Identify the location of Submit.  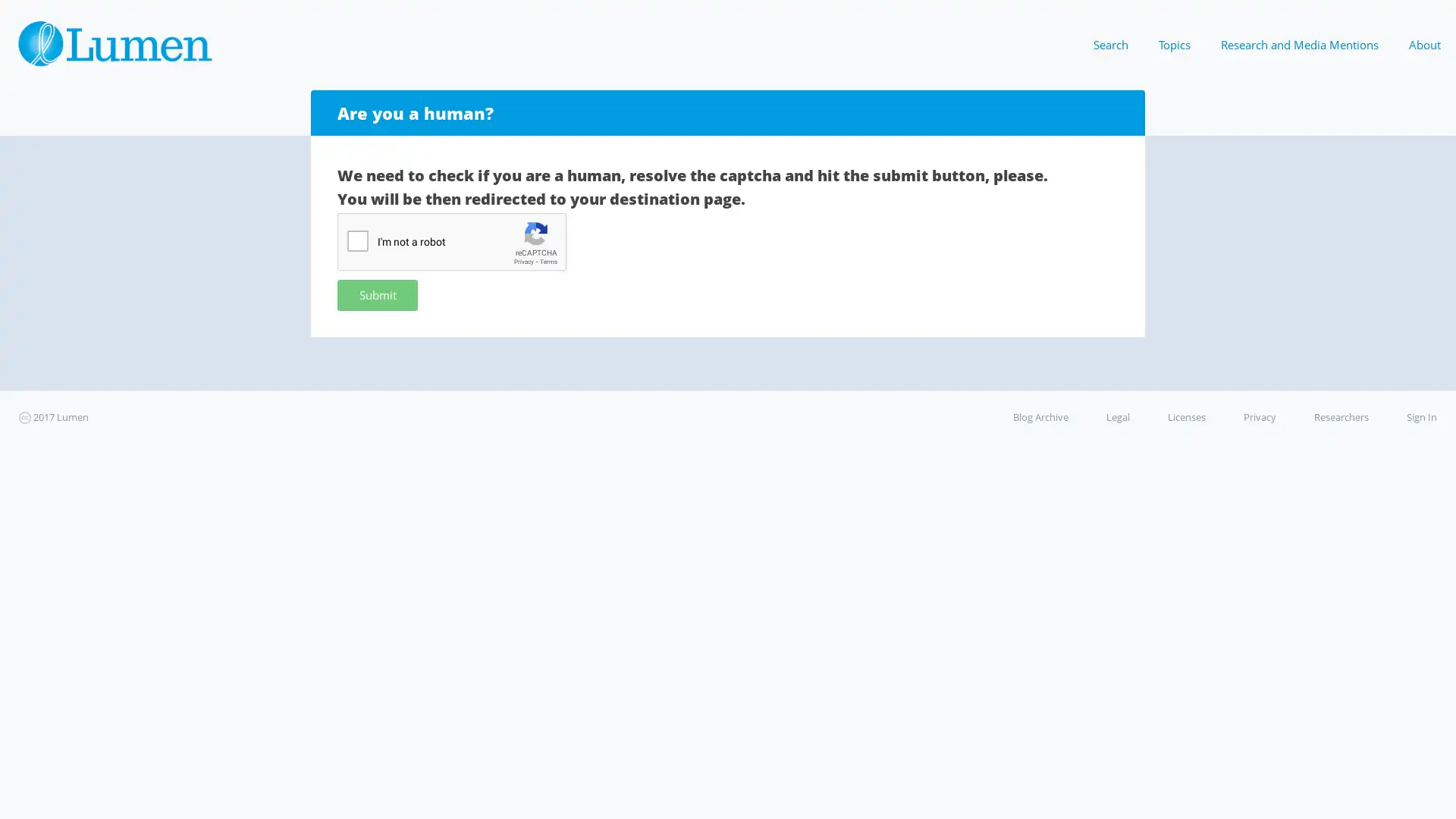
(378, 294).